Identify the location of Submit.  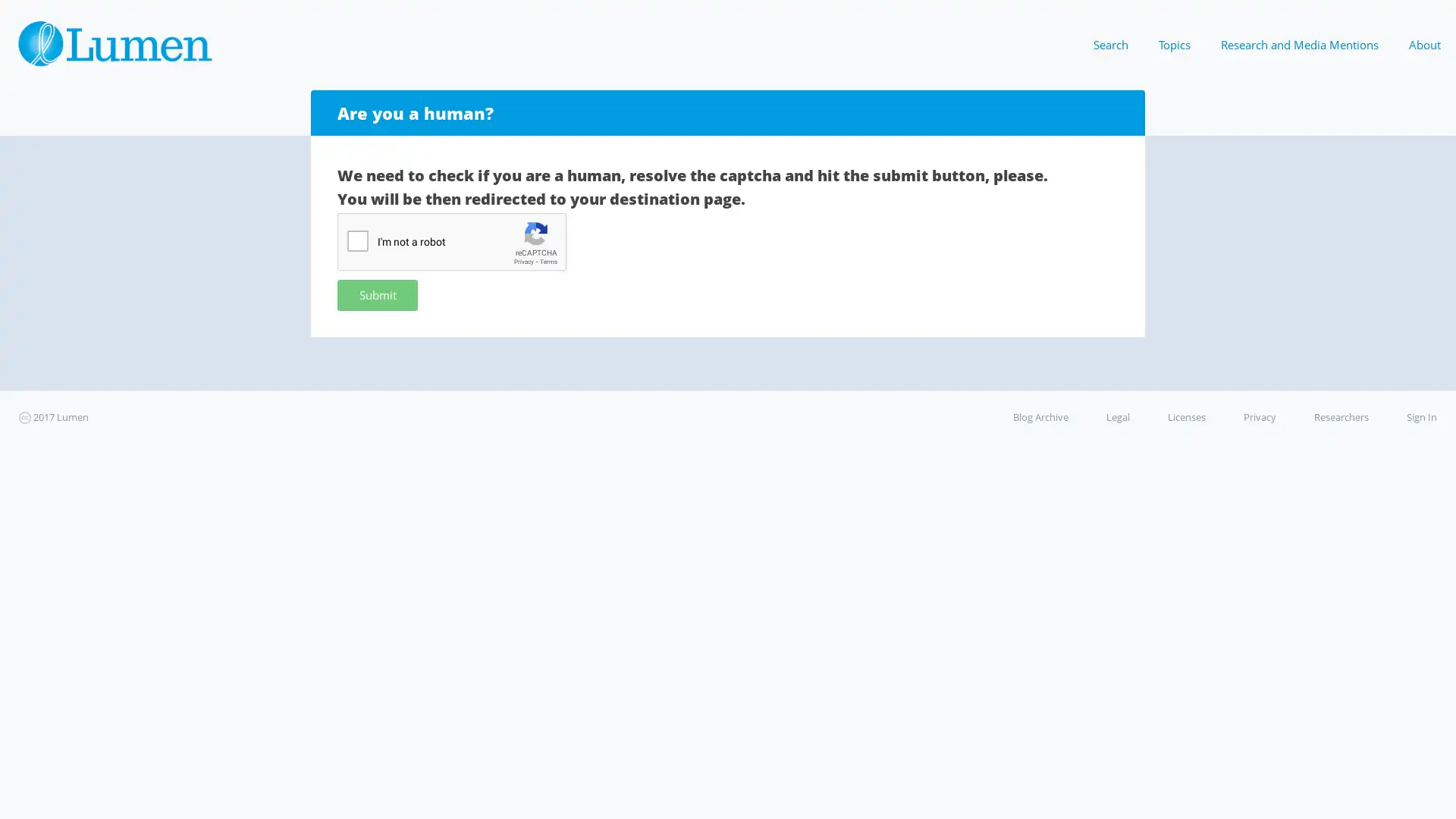
(378, 294).